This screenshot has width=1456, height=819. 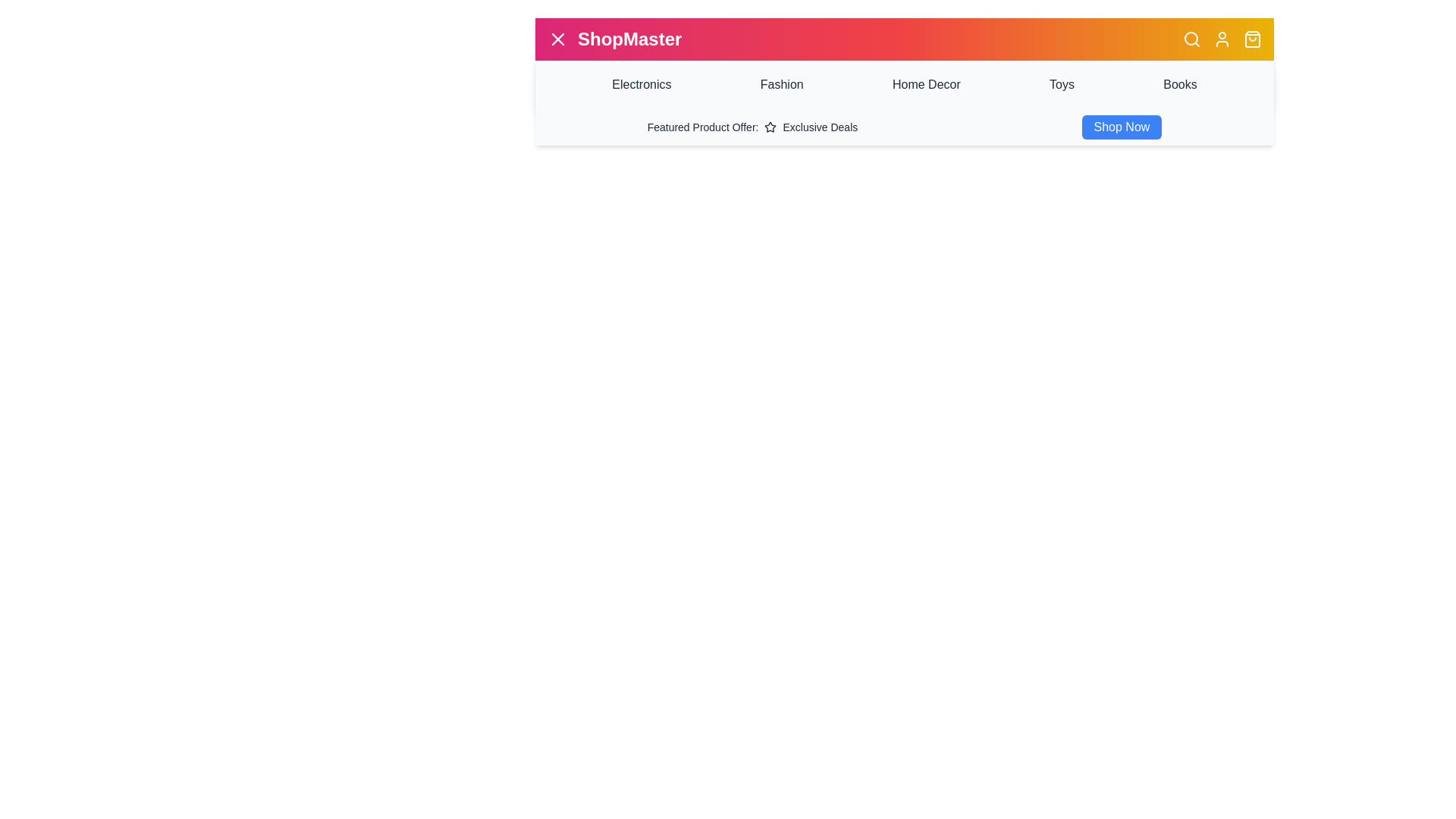 What do you see at coordinates (1252, 38) in the screenshot?
I see `the shopping bag icon to access the shopping cart` at bounding box center [1252, 38].